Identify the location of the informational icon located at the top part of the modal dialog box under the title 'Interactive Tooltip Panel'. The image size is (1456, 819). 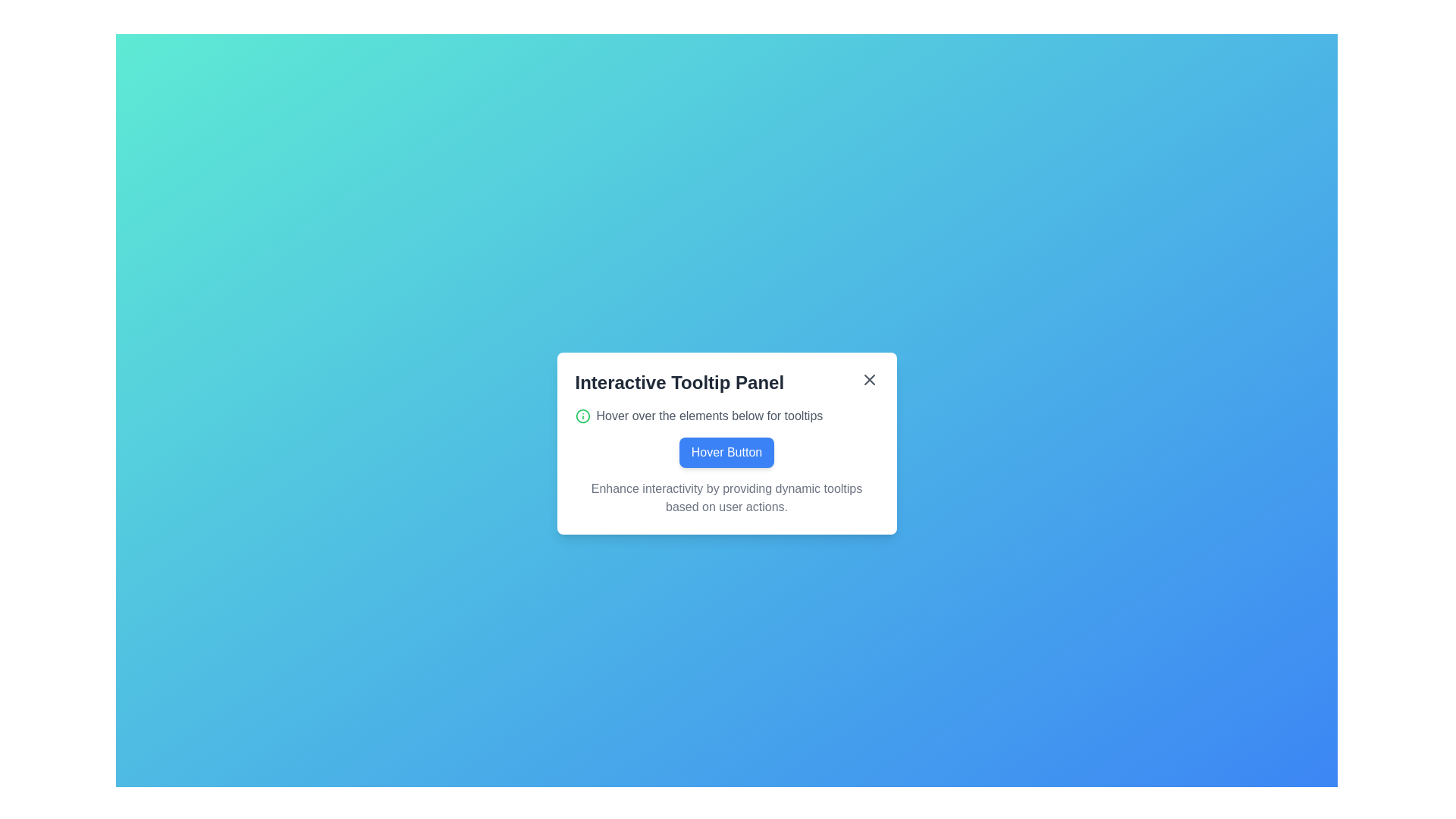
(726, 416).